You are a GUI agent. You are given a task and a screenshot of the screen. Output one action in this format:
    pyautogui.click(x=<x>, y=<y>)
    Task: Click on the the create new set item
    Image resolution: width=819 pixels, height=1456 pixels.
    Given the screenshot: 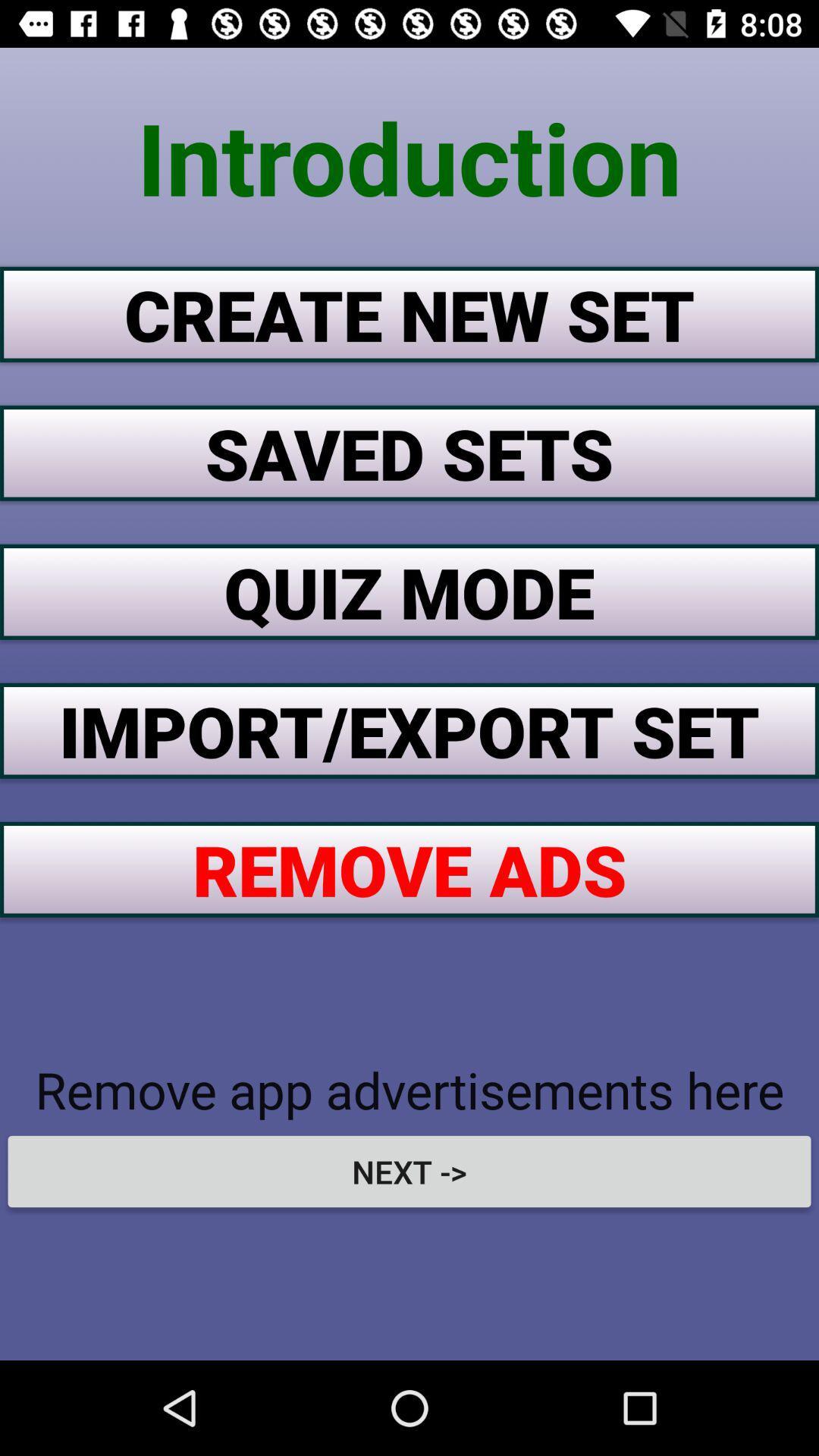 What is the action you would take?
    pyautogui.click(x=409, y=313)
    